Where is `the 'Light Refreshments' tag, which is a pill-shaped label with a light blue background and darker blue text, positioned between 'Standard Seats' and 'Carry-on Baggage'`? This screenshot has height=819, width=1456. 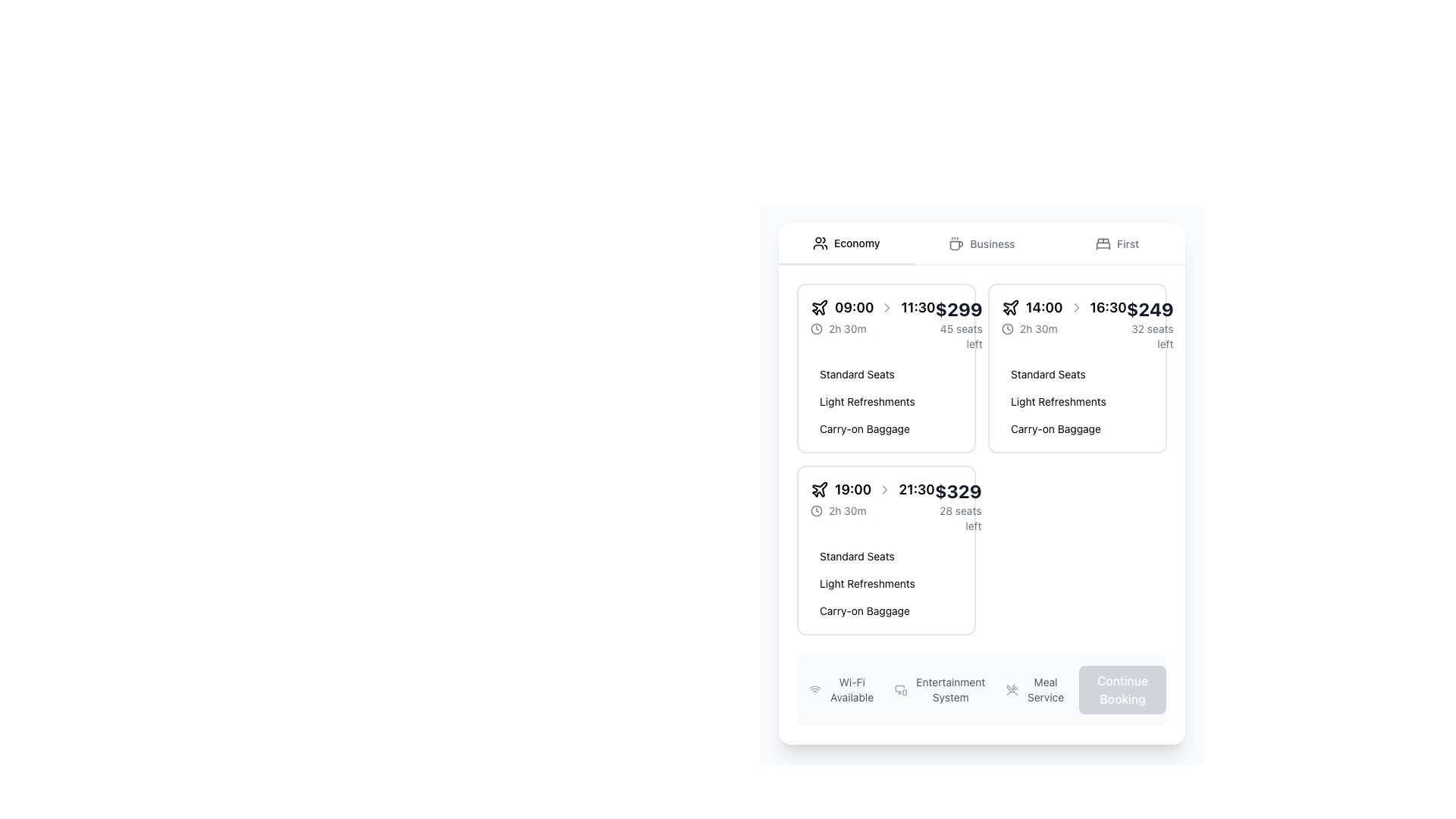
the 'Light Refreshments' tag, which is a pill-shaped label with a light blue background and darker blue text, positioned between 'Standard Seats' and 'Carry-on Baggage' is located at coordinates (867, 400).